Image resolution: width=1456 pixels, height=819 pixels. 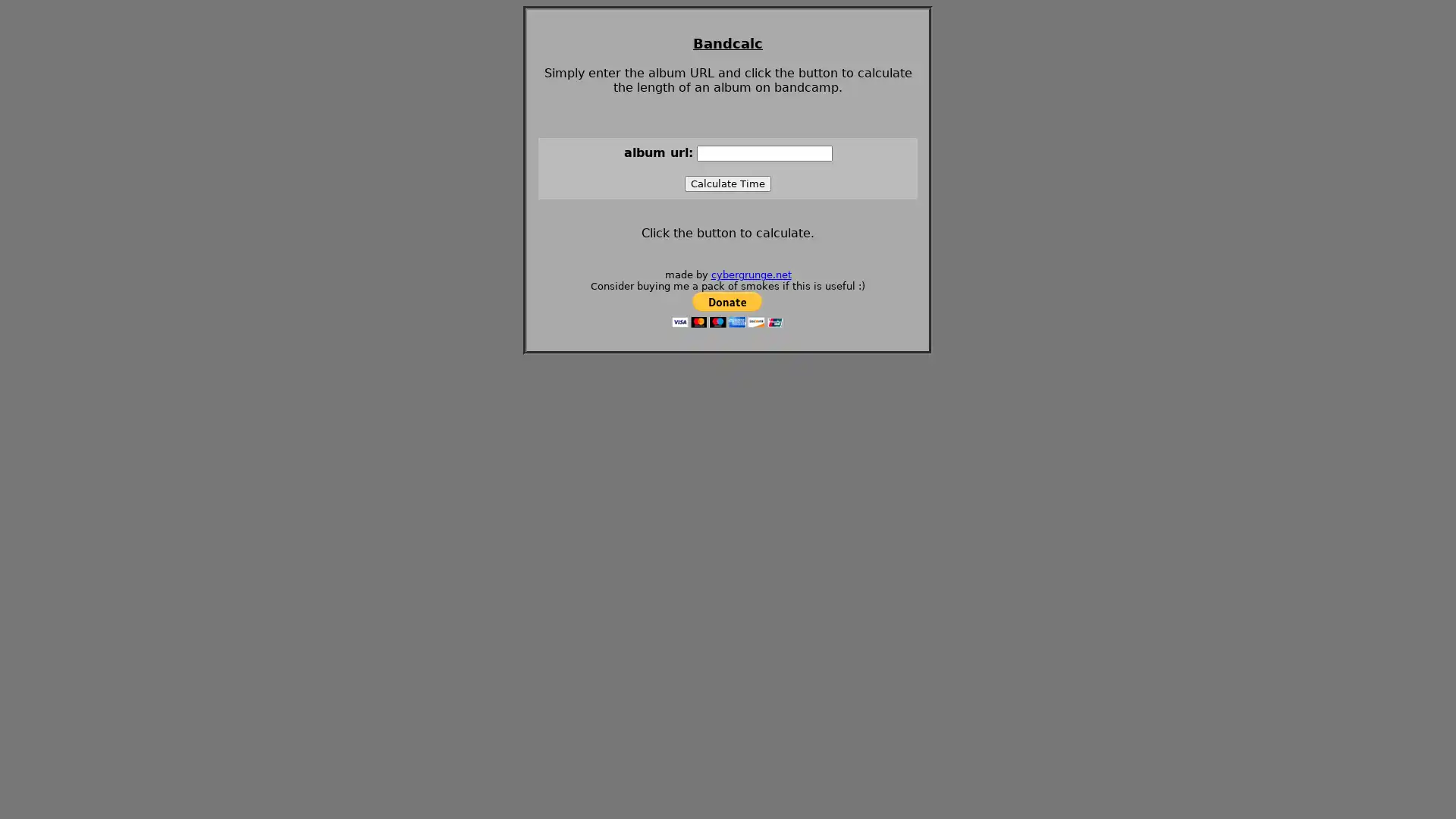 What do you see at coordinates (728, 183) in the screenshot?
I see `Calculate Time` at bounding box center [728, 183].